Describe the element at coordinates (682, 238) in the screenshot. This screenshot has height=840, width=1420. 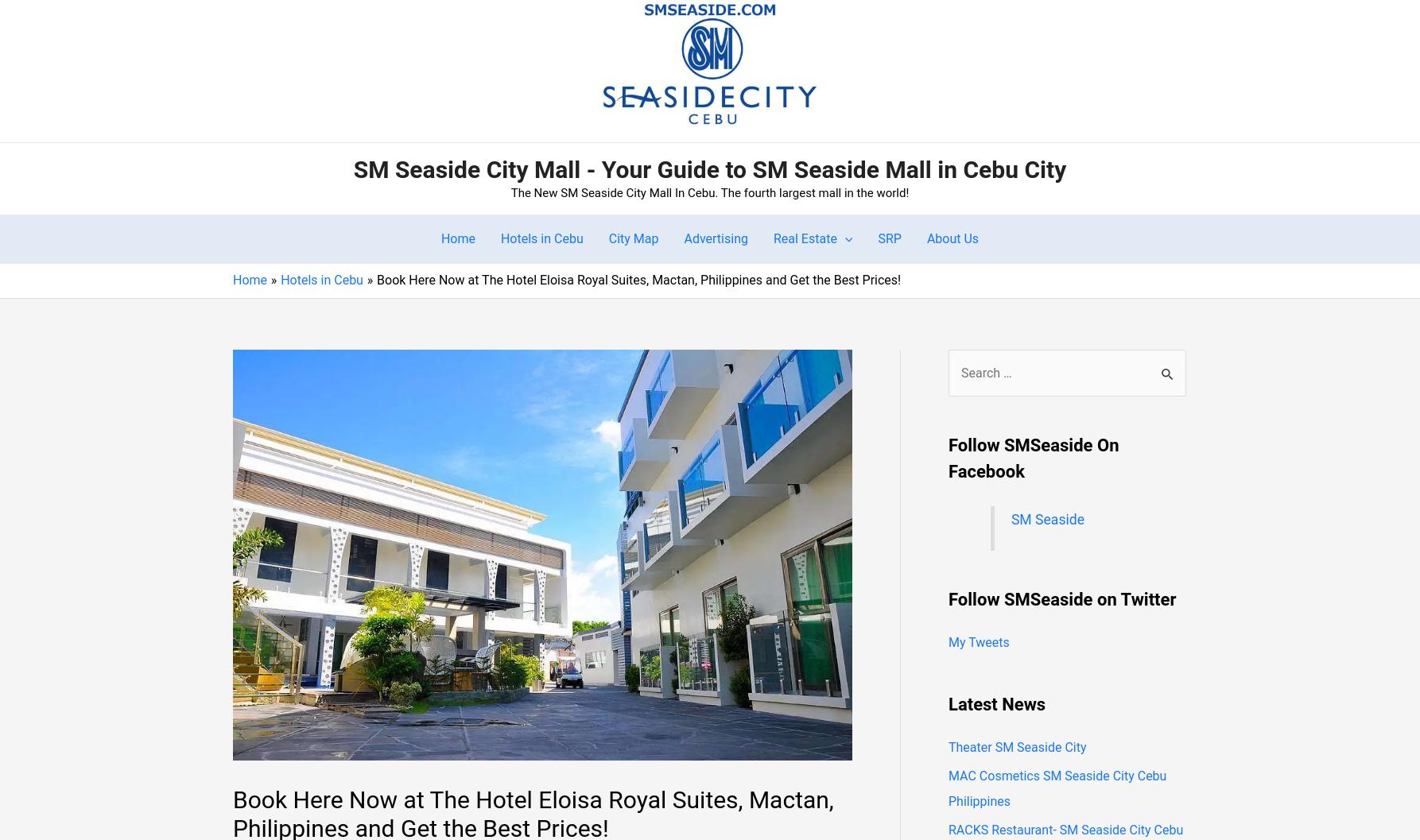
I see `'Advertising'` at that location.